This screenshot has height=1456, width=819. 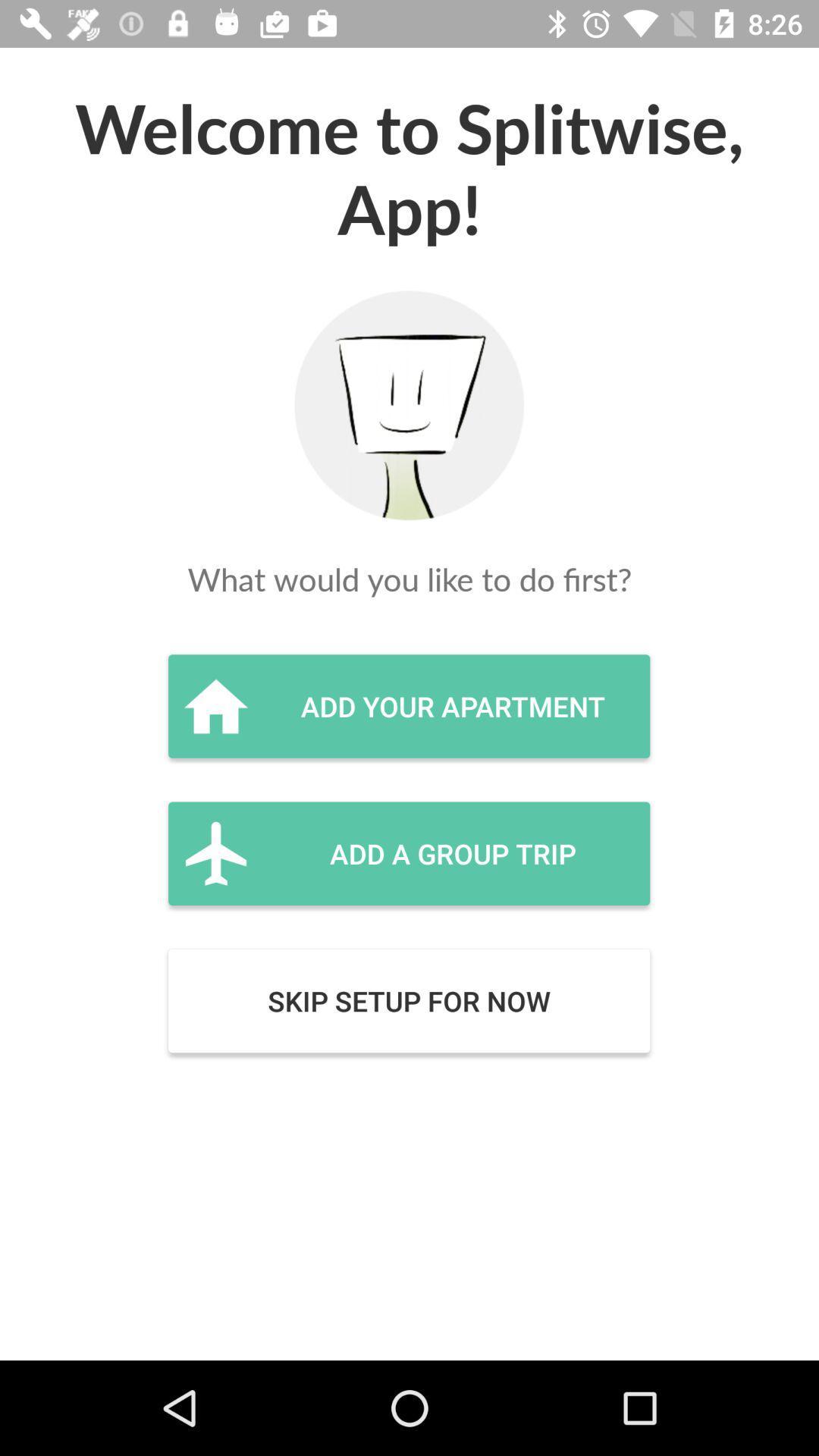 I want to click on the add a group icon, so click(x=408, y=853).